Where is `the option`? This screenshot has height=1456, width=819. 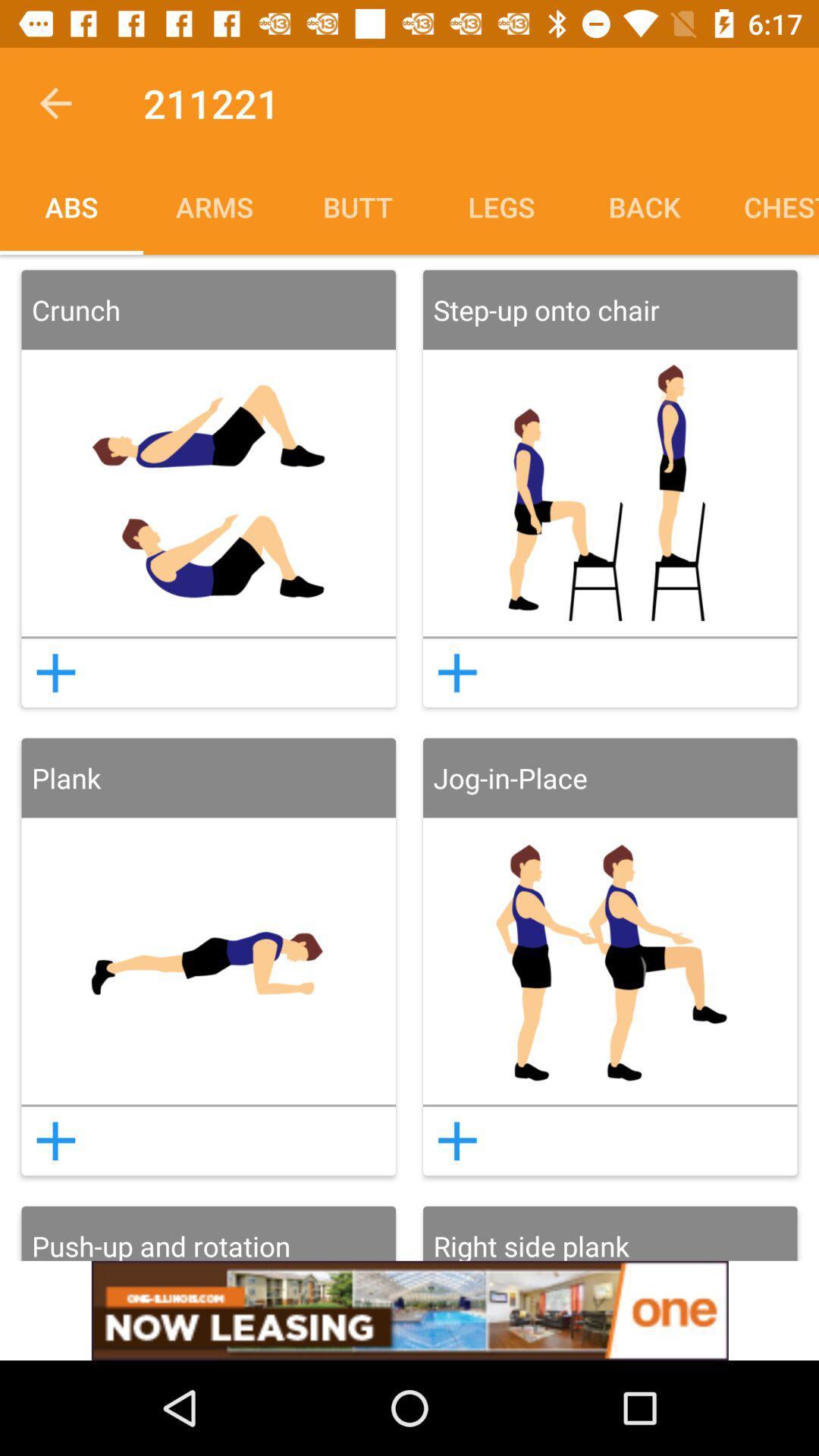
the option is located at coordinates (409, 1310).